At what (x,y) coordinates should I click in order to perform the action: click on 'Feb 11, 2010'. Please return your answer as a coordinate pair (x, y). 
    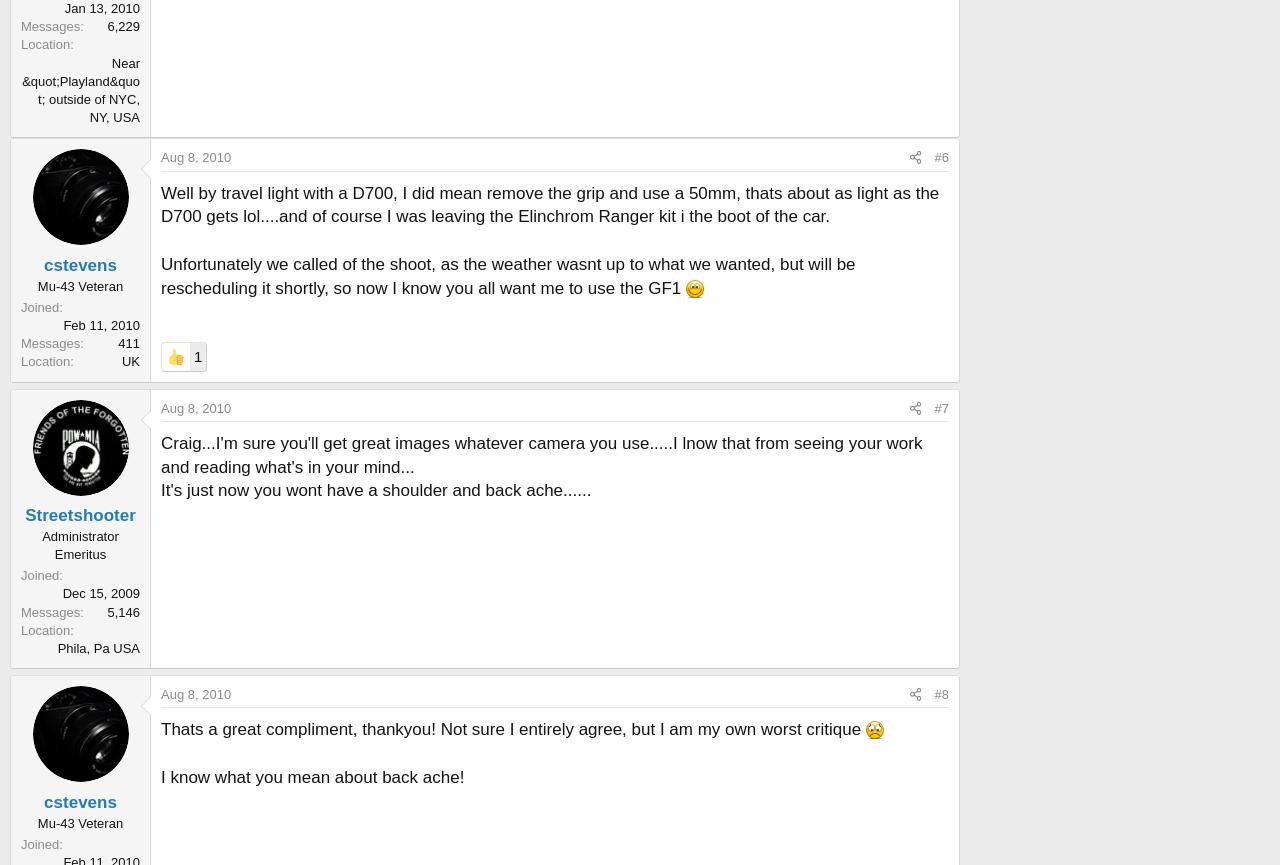
    Looking at the image, I should click on (100, 325).